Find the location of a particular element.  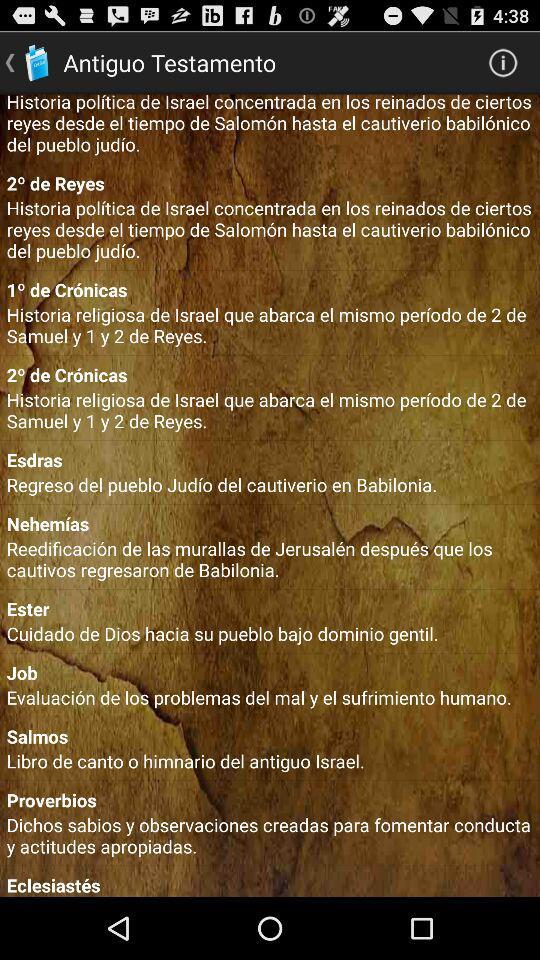

the job is located at coordinates (270, 672).